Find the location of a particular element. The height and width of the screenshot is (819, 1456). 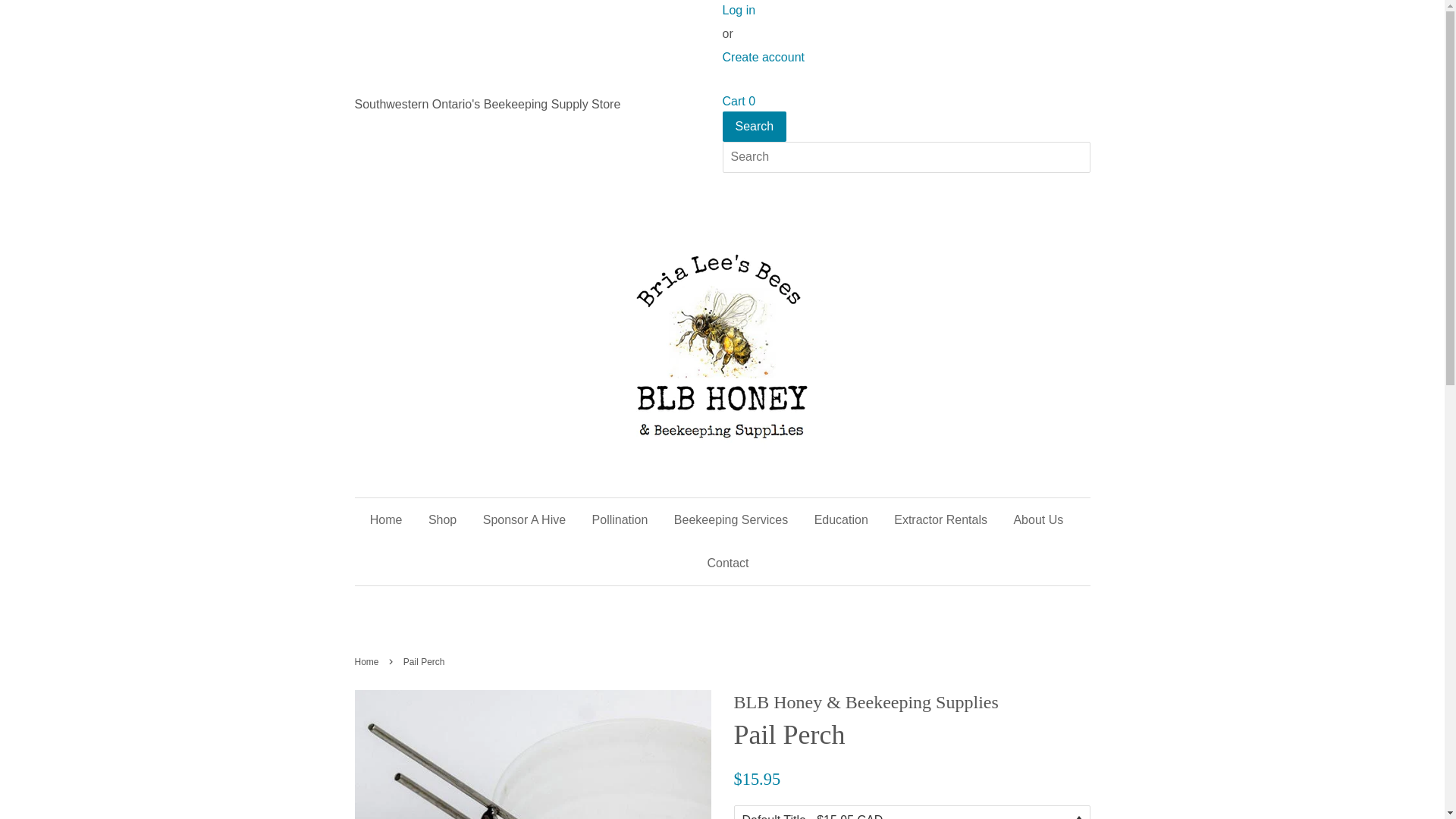

'Cart 0' is located at coordinates (739, 101).